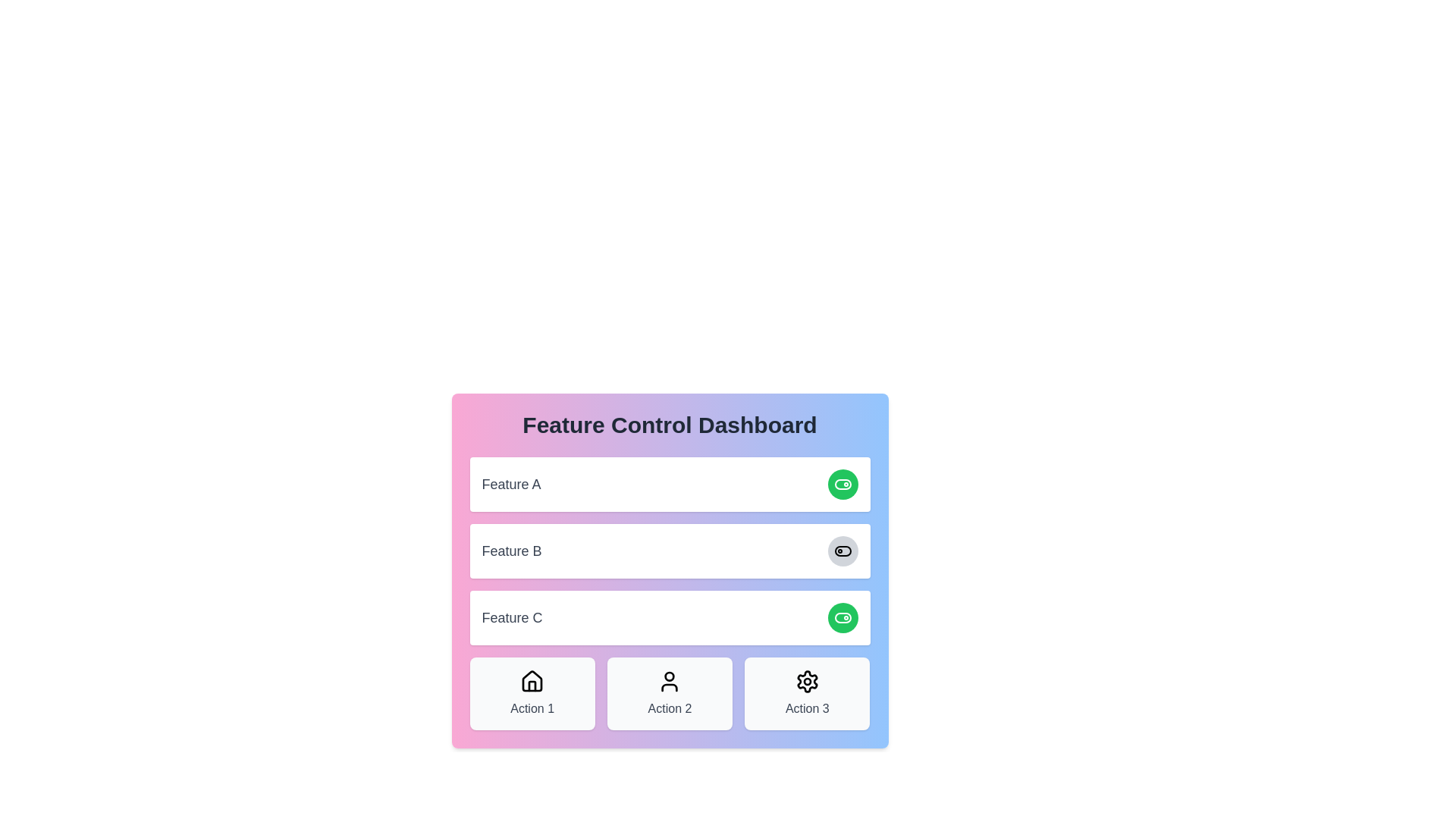 This screenshot has height=819, width=1456. Describe the element at coordinates (806, 680) in the screenshot. I see `the gear icon located at the center of the bottom-right action button labeled 'Action 3'` at that location.